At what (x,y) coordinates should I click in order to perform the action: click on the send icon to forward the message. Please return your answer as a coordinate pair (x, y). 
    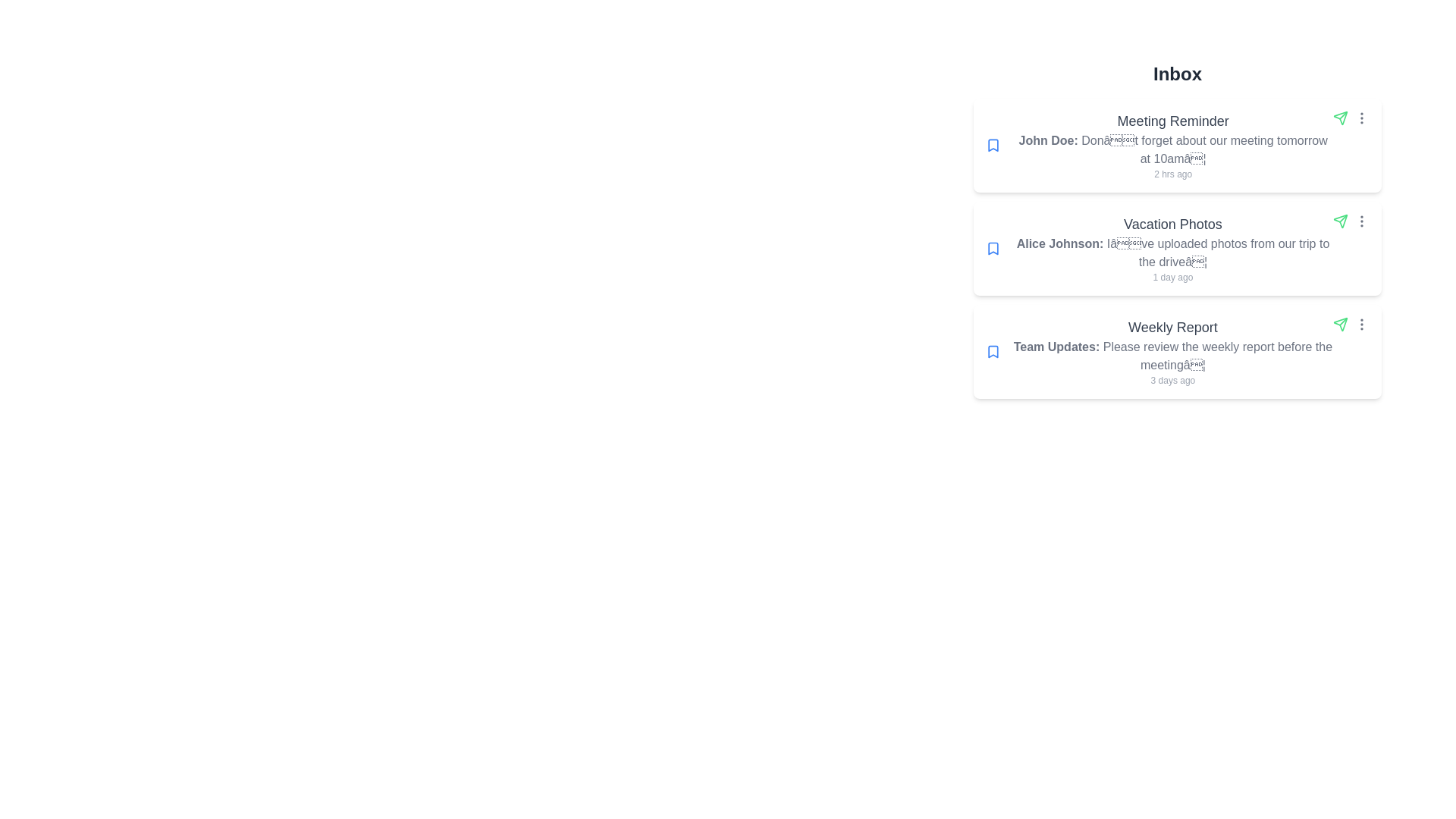
    Looking at the image, I should click on (1340, 117).